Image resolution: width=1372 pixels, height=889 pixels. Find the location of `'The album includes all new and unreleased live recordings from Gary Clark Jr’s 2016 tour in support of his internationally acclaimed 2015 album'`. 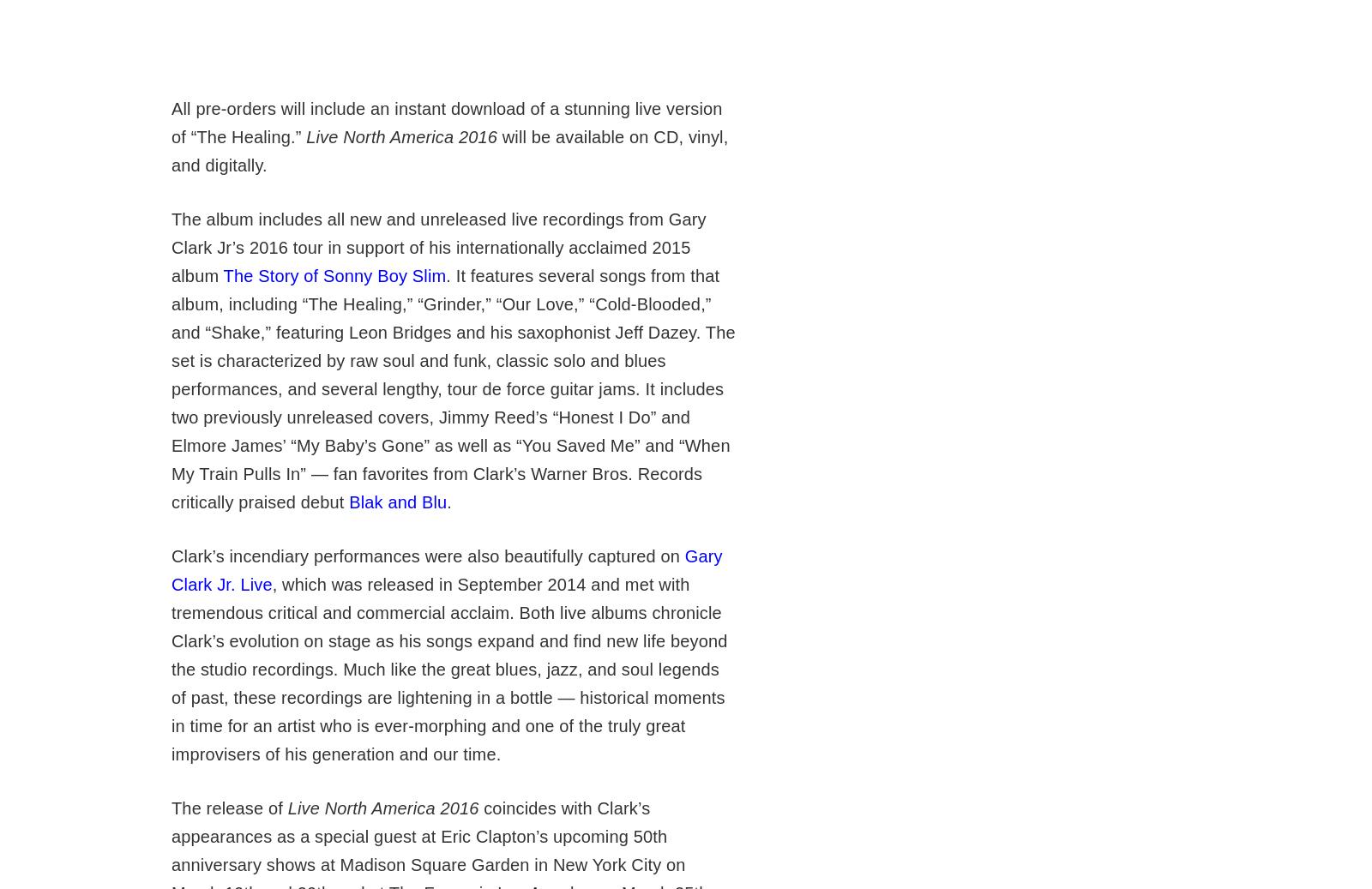

'The album includes all new and unreleased live recordings from Gary Clark Jr’s 2016 tour in support of his internationally acclaimed 2015 album' is located at coordinates (437, 247).